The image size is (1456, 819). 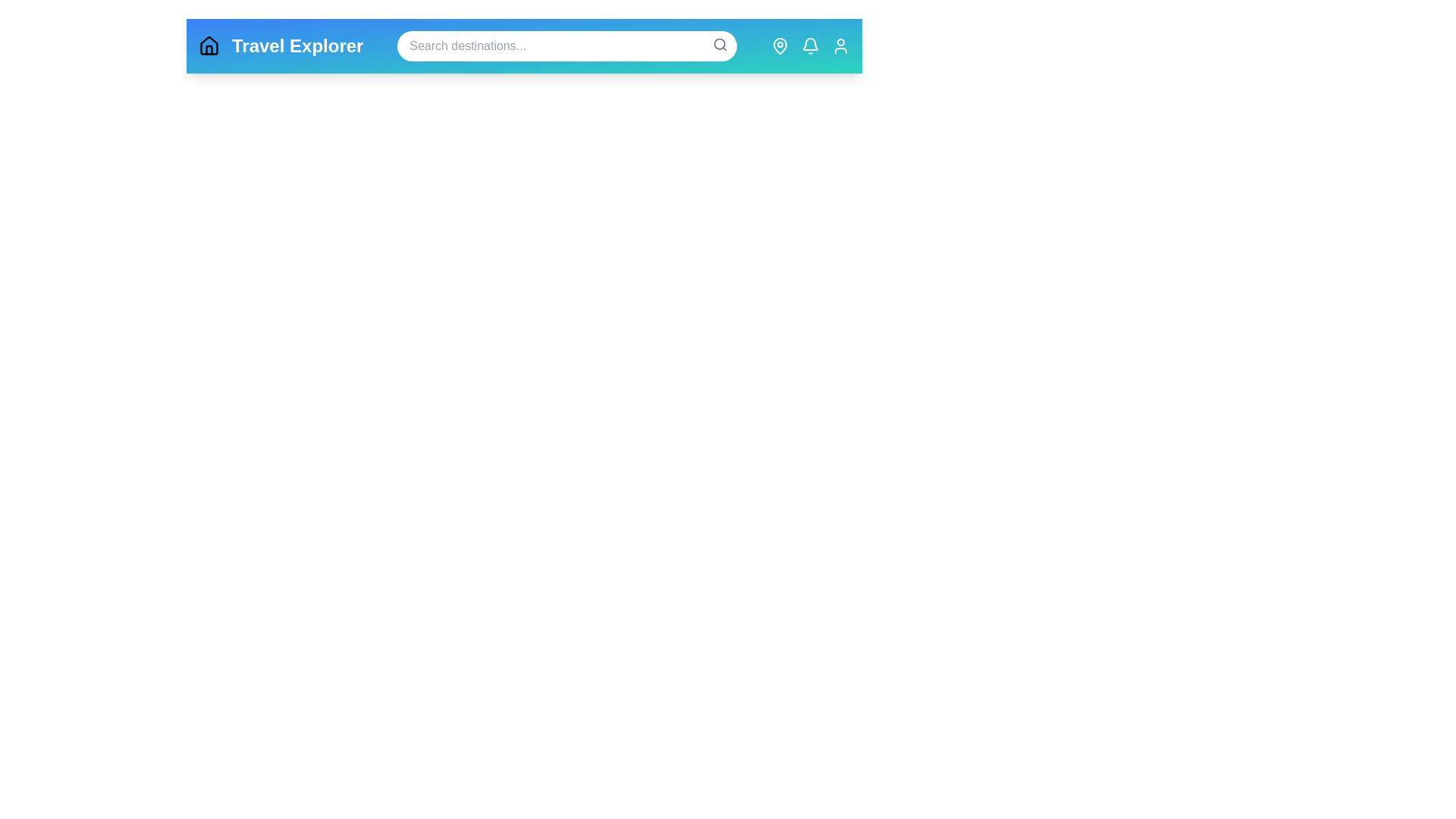 I want to click on the search bar and type the text 'destination', so click(x=566, y=45).